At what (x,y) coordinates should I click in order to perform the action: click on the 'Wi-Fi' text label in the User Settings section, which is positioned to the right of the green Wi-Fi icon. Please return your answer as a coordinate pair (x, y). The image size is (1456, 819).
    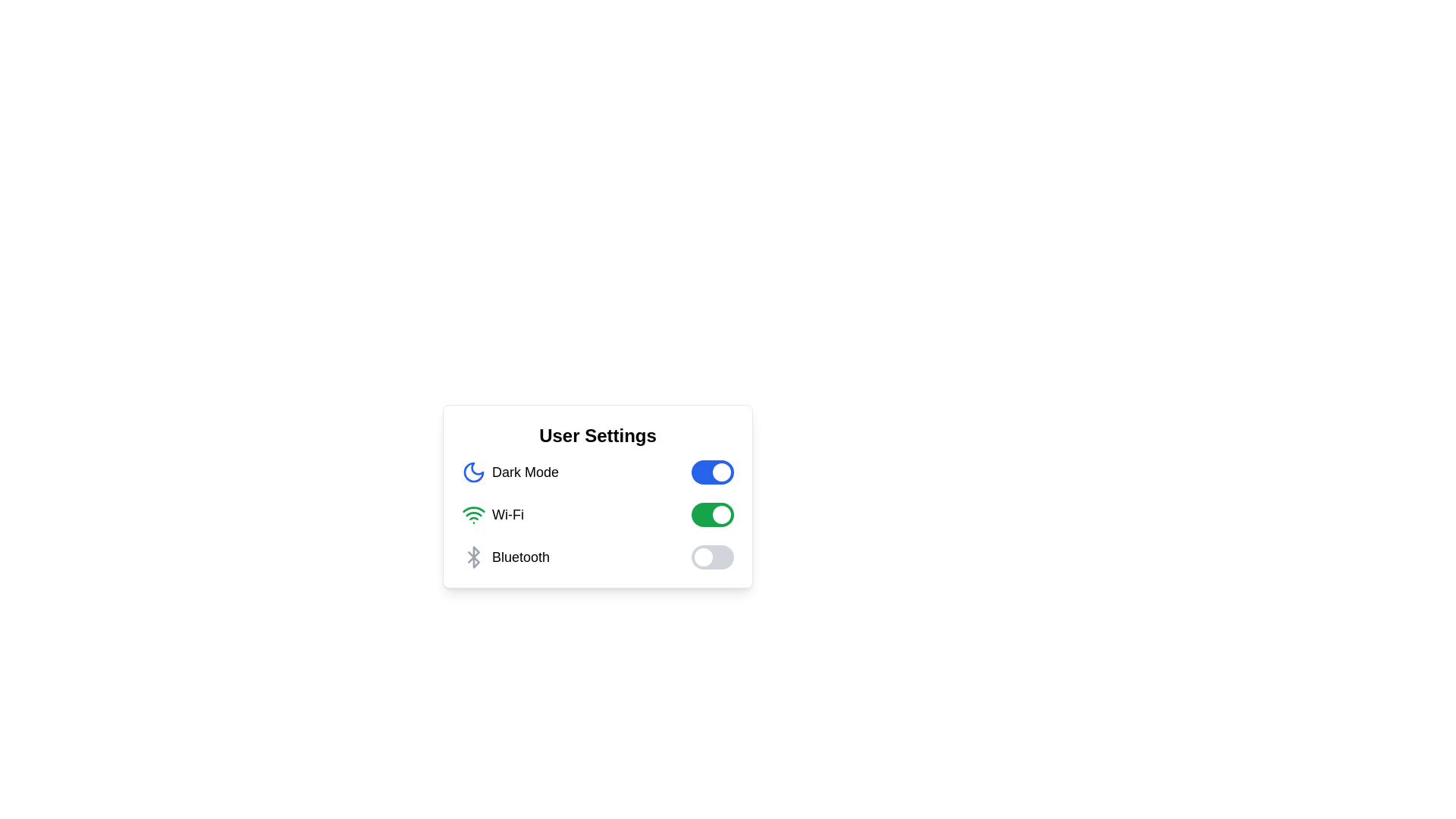
    Looking at the image, I should click on (508, 513).